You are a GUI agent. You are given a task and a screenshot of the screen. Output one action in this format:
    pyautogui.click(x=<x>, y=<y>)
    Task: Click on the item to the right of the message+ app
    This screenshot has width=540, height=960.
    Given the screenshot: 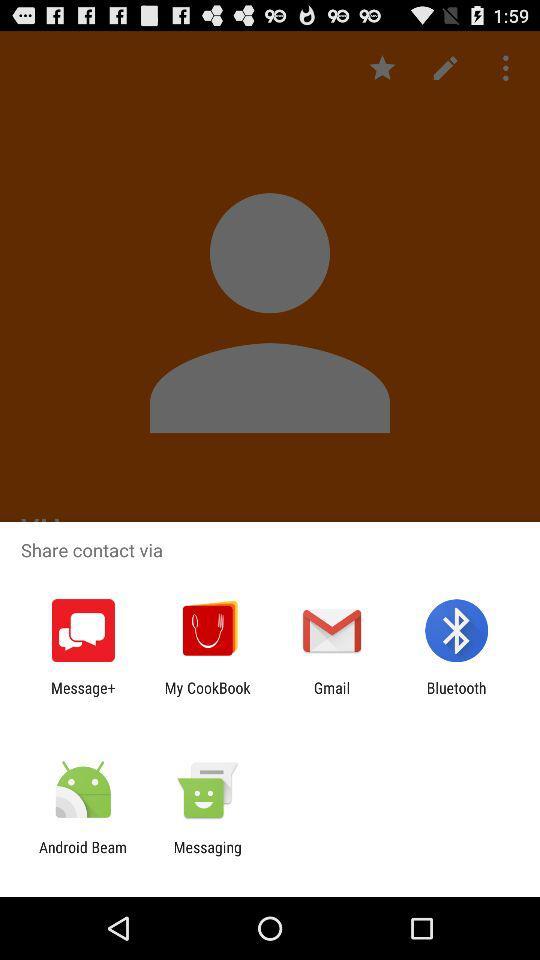 What is the action you would take?
    pyautogui.click(x=206, y=696)
    